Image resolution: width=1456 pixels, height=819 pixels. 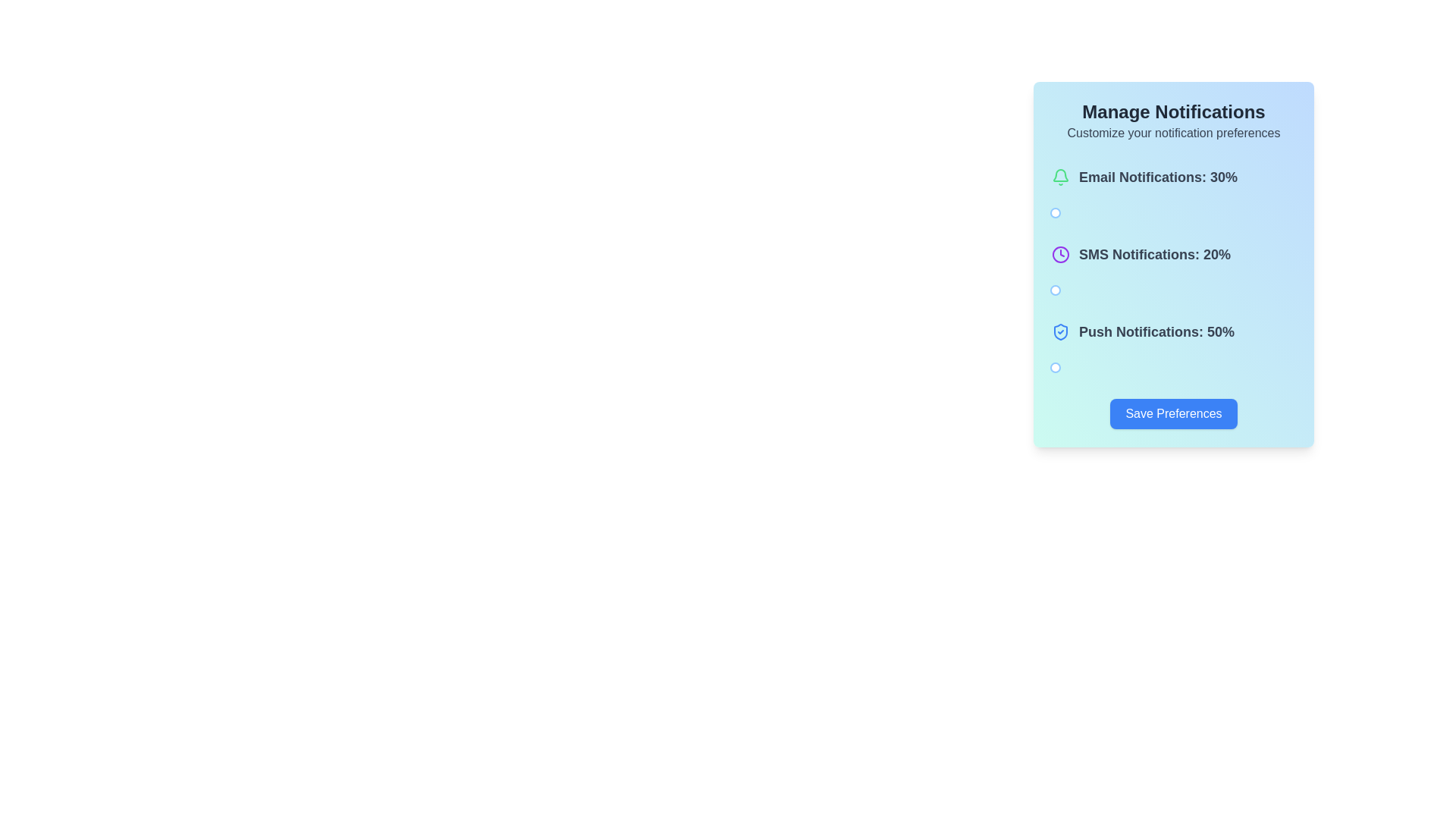 What do you see at coordinates (1059, 253) in the screenshot?
I see `the clock icon with a purple outline, located to the left of the text 'SMS Notifications: 20%', for information` at bounding box center [1059, 253].